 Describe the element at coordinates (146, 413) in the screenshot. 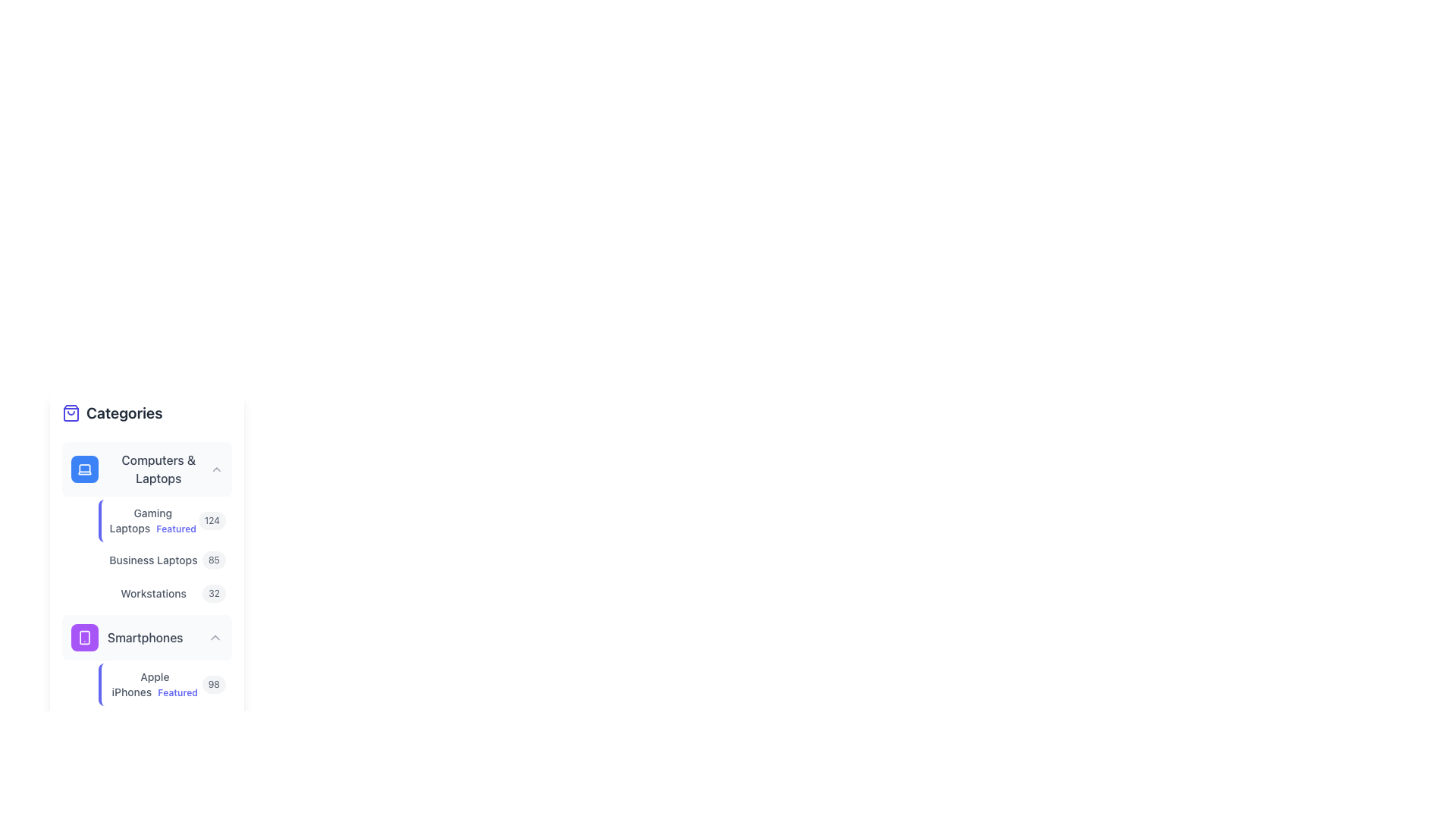

I see `the 'Categories' heading with an accompanying icon located at the top of the vertical sidebar` at that location.